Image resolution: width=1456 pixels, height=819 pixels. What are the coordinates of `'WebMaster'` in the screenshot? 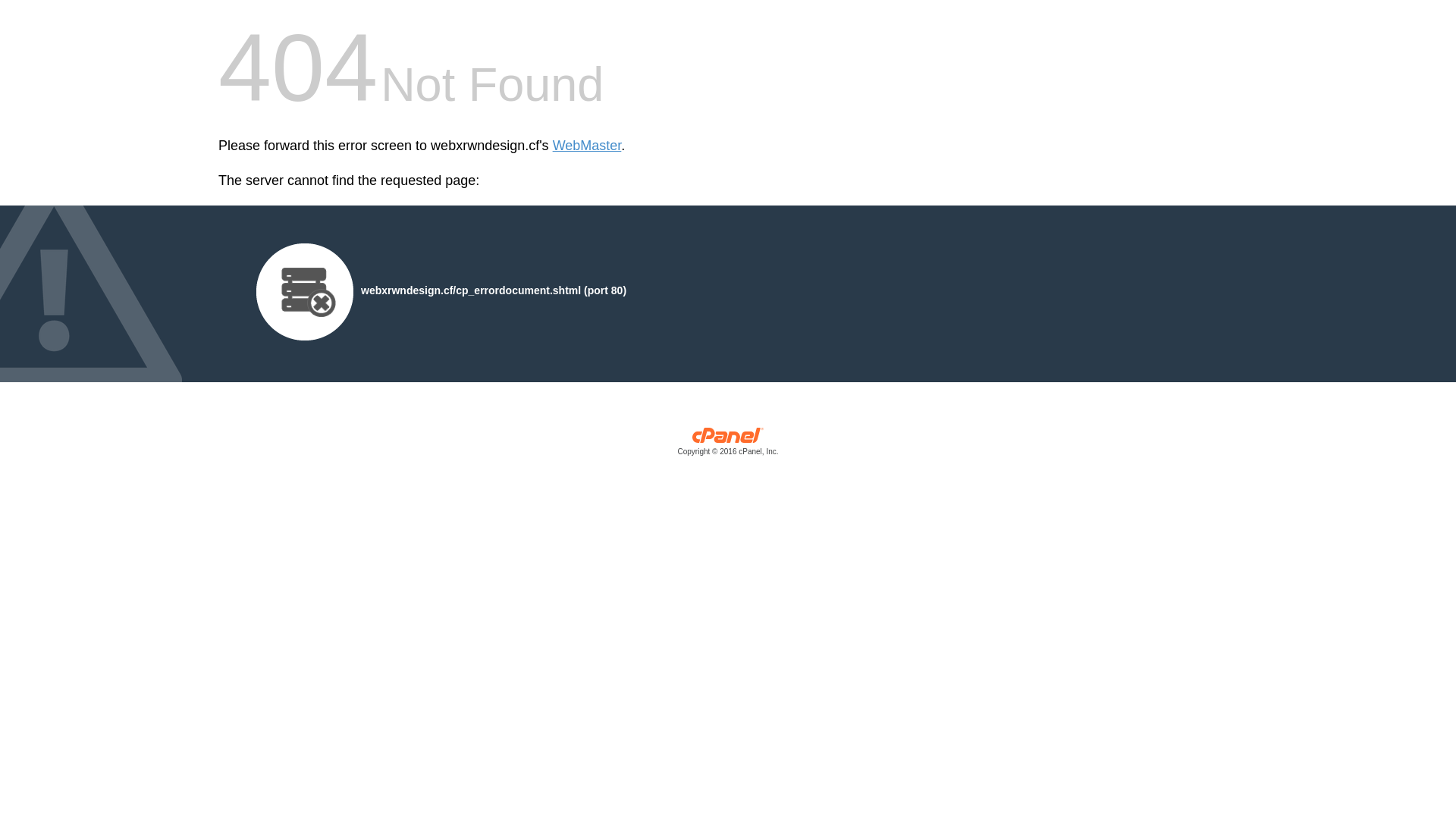 It's located at (552, 146).